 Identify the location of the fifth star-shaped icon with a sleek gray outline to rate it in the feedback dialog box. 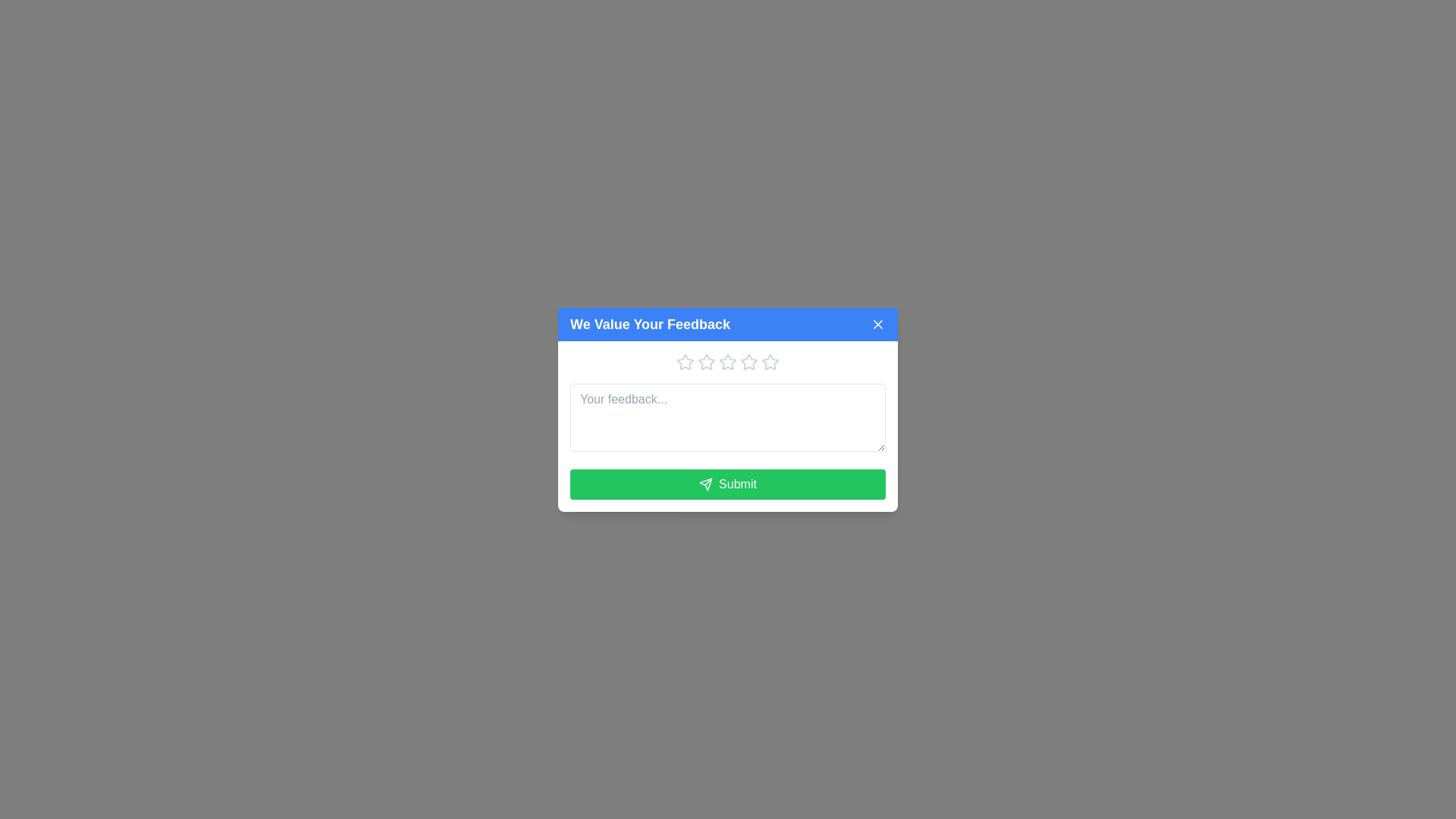
(770, 362).